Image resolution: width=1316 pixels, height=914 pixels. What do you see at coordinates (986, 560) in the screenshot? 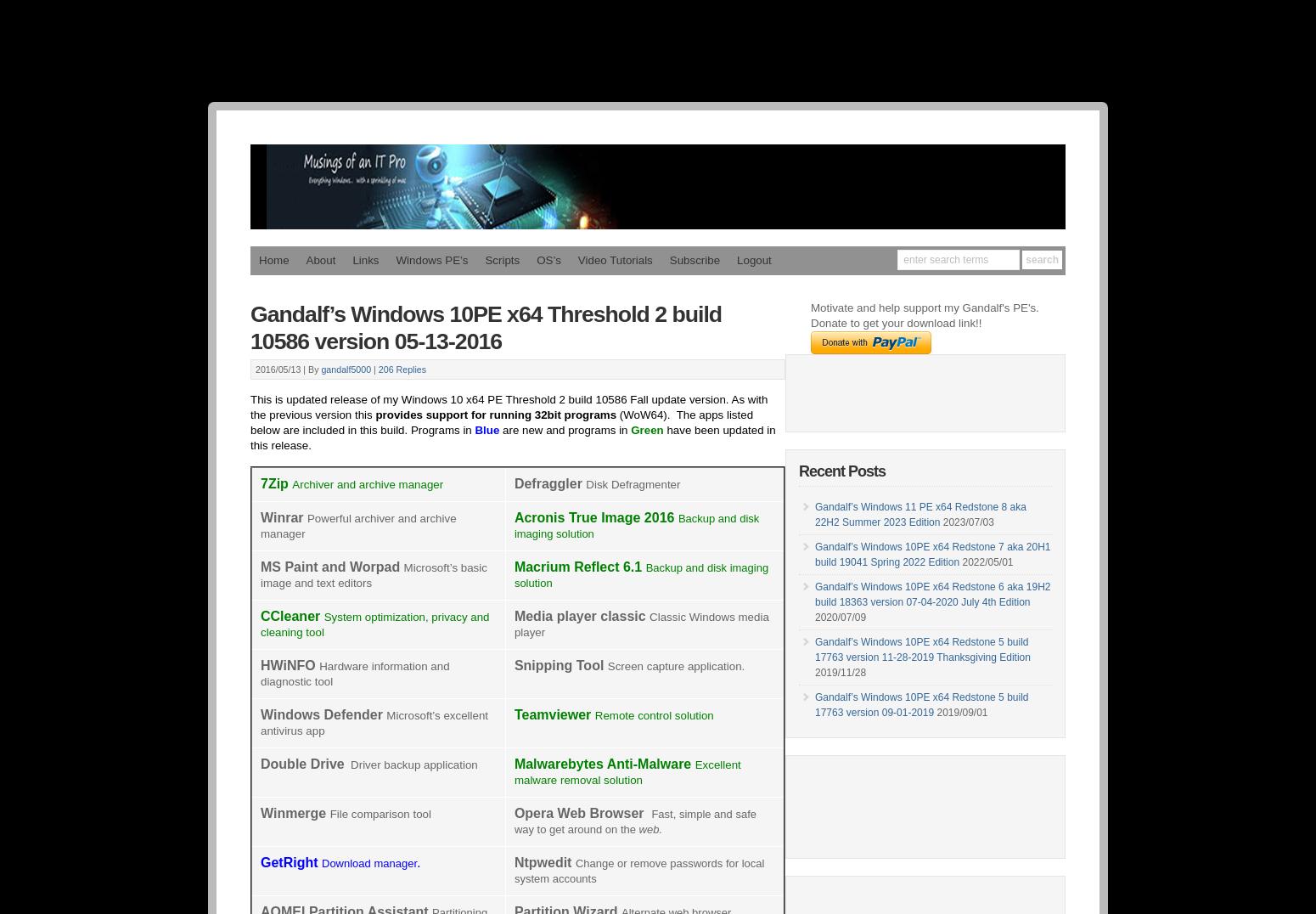
I see `'2022/05/01'` at bounding box center [986, 560].